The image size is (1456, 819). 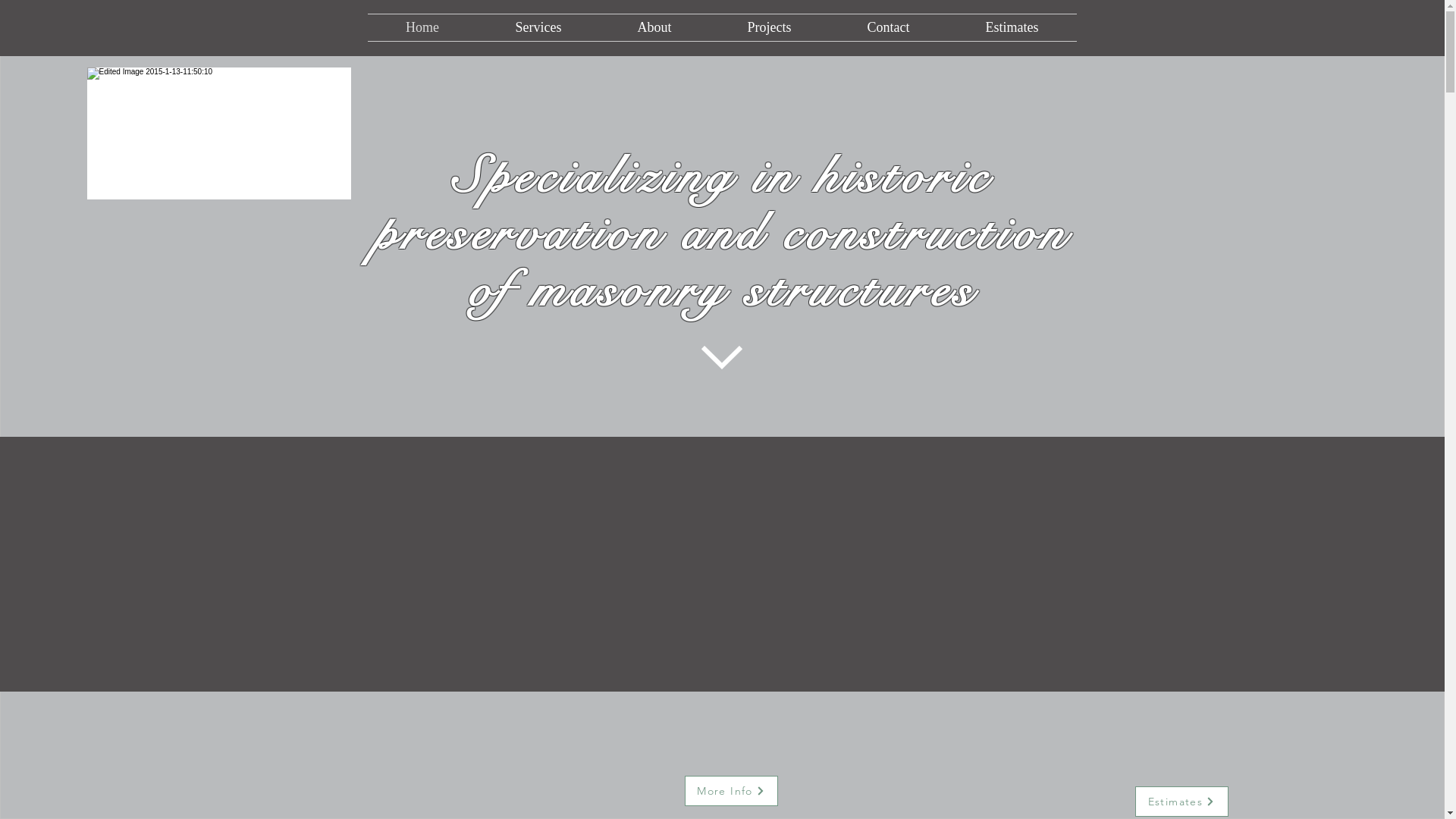 What do you see at coordinates (654, 27) in the screenshot?
I see `'About'` at bounding box center [654, 27].